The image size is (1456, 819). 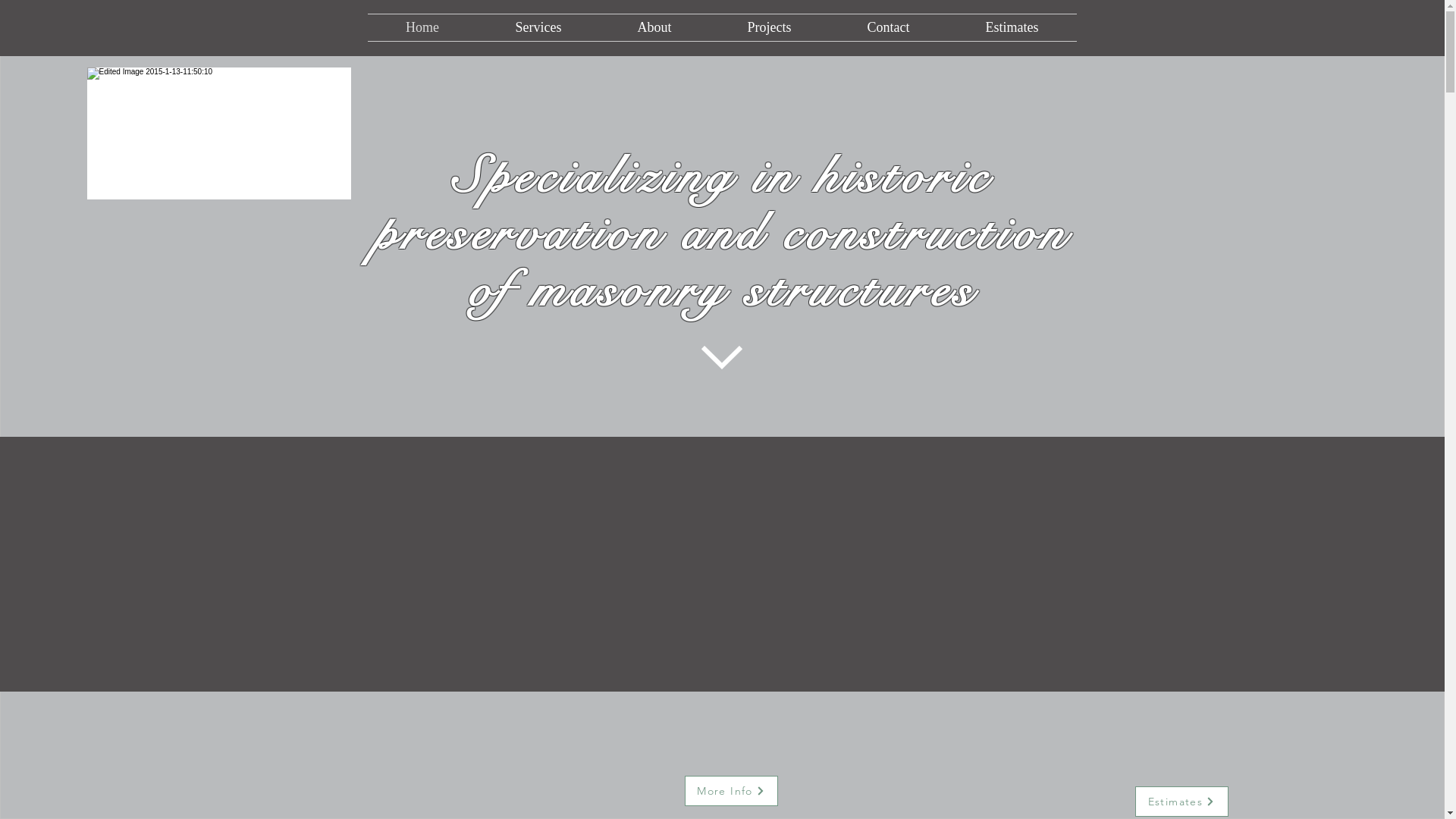 What do you see at coordinates (654, 27) in the screenshot?
I see `'About'` at bounding box center [654, 27].